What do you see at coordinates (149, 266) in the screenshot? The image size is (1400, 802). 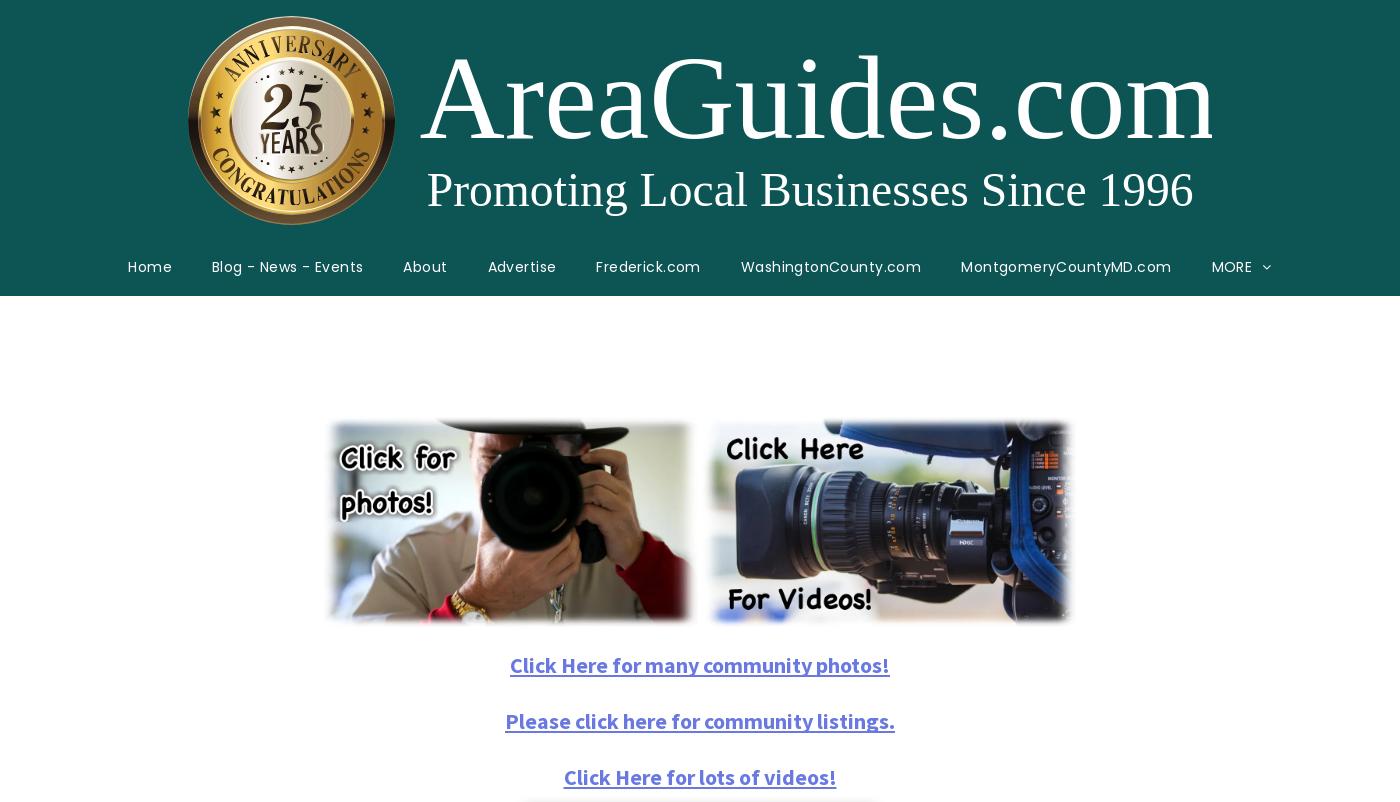 I see `'Home'` at bounding box center [149, 266].